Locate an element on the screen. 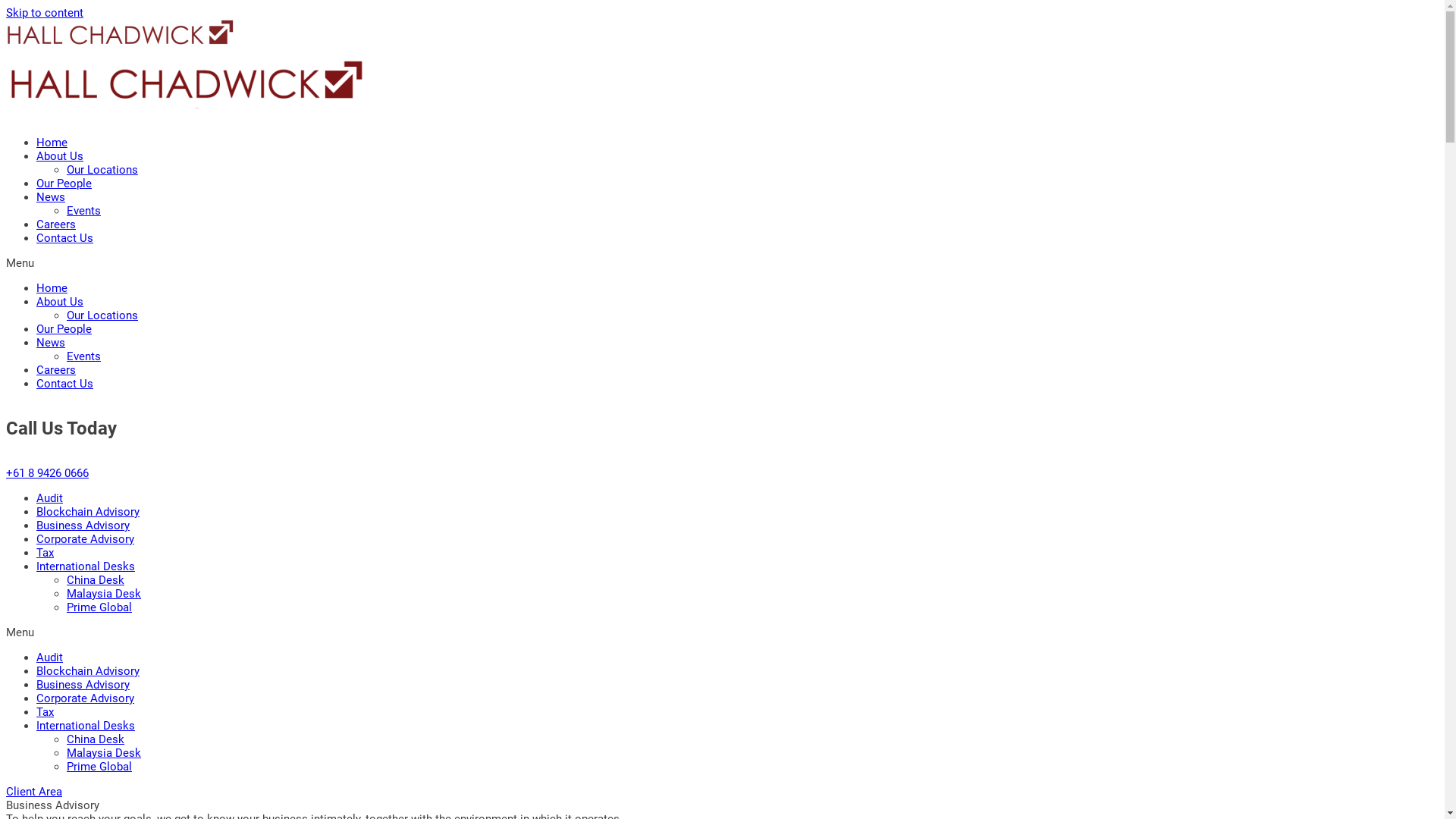  '+61 8 9426 0666' is located at coordinates (47, 472).